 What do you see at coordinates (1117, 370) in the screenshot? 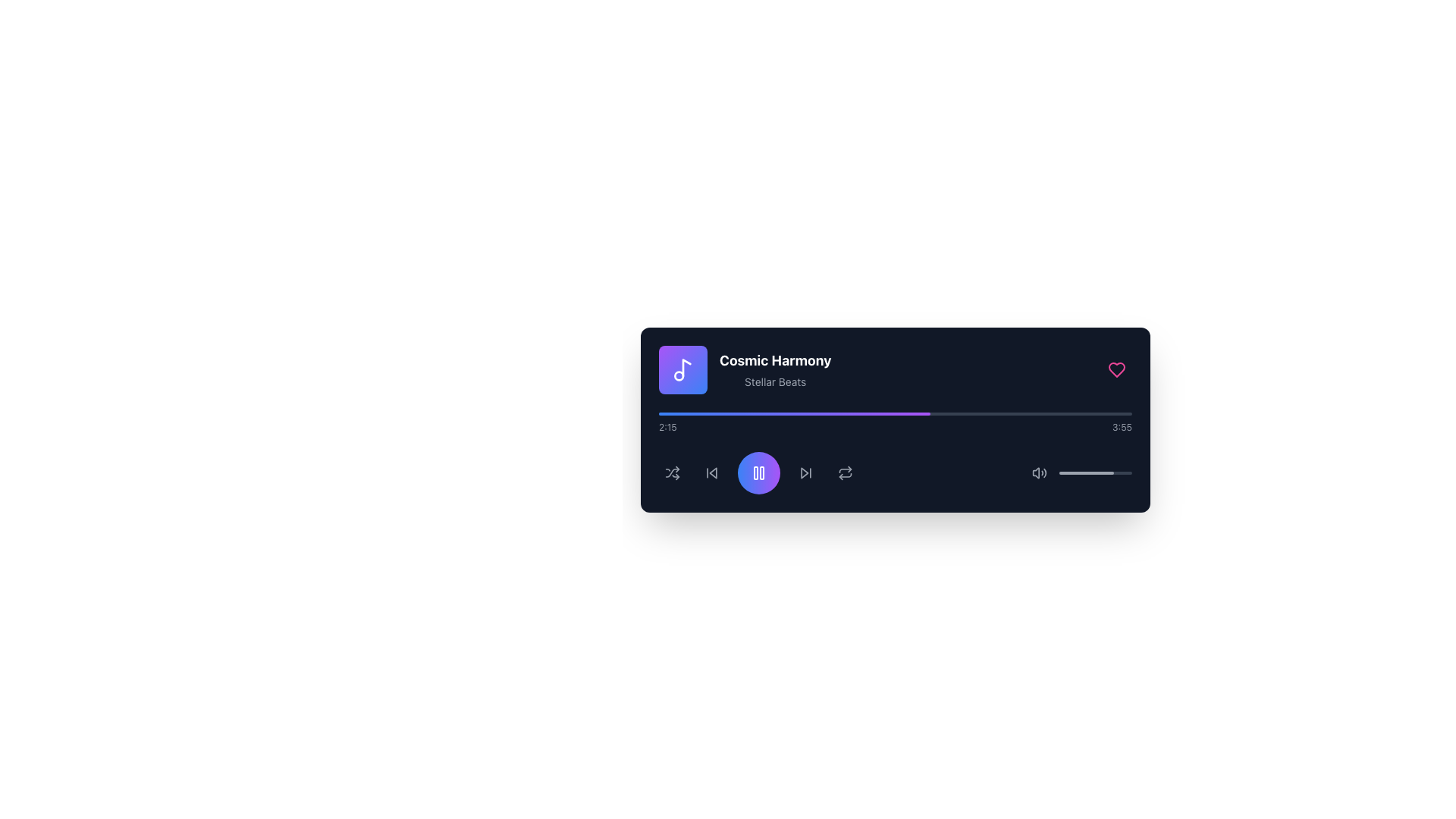
I see `the outlined heart icon with a pink stroke color located at the top-right corner of the dark-themed media player UI` at bounding box center [1117, 370].